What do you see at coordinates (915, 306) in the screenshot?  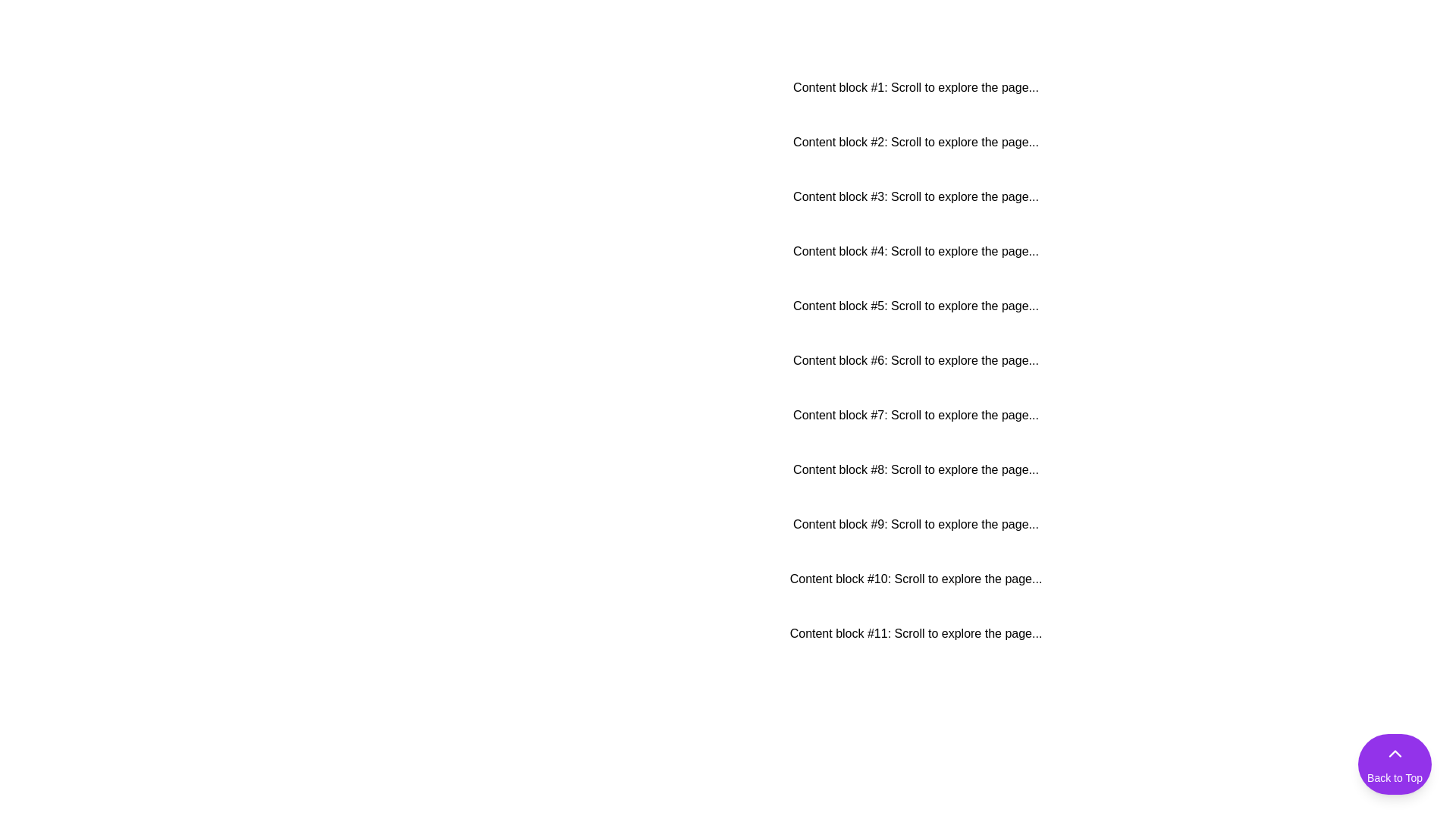 I see `the fifth static text element in a vertically aligned list that serves as a label guiding the user to scroll for more content` at bounding box center [915, 306].